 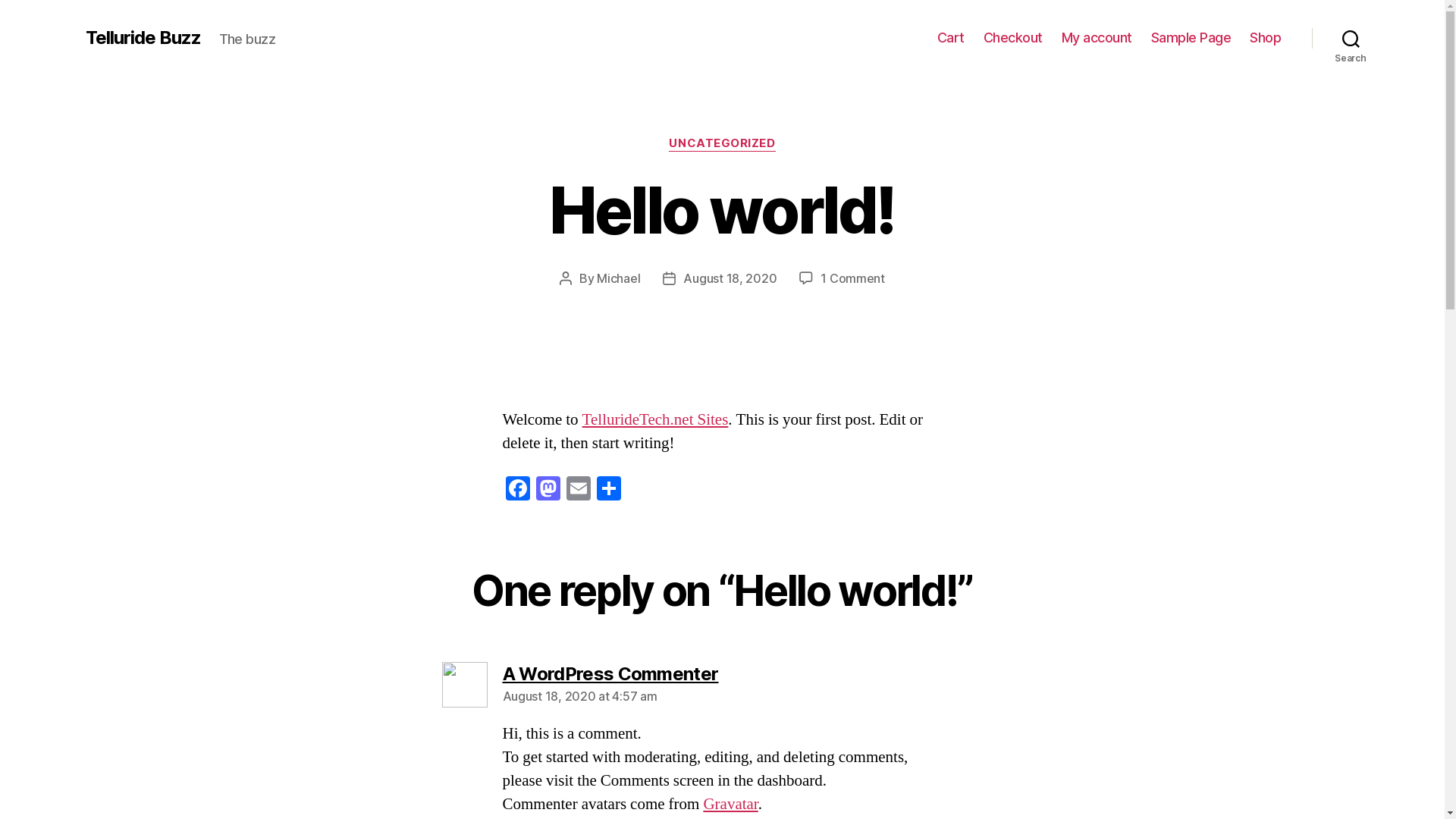 What do you see at coordinates (730, 803) in the screenshot?
I see `'Gravatar'` at bounding box center [730, 803].